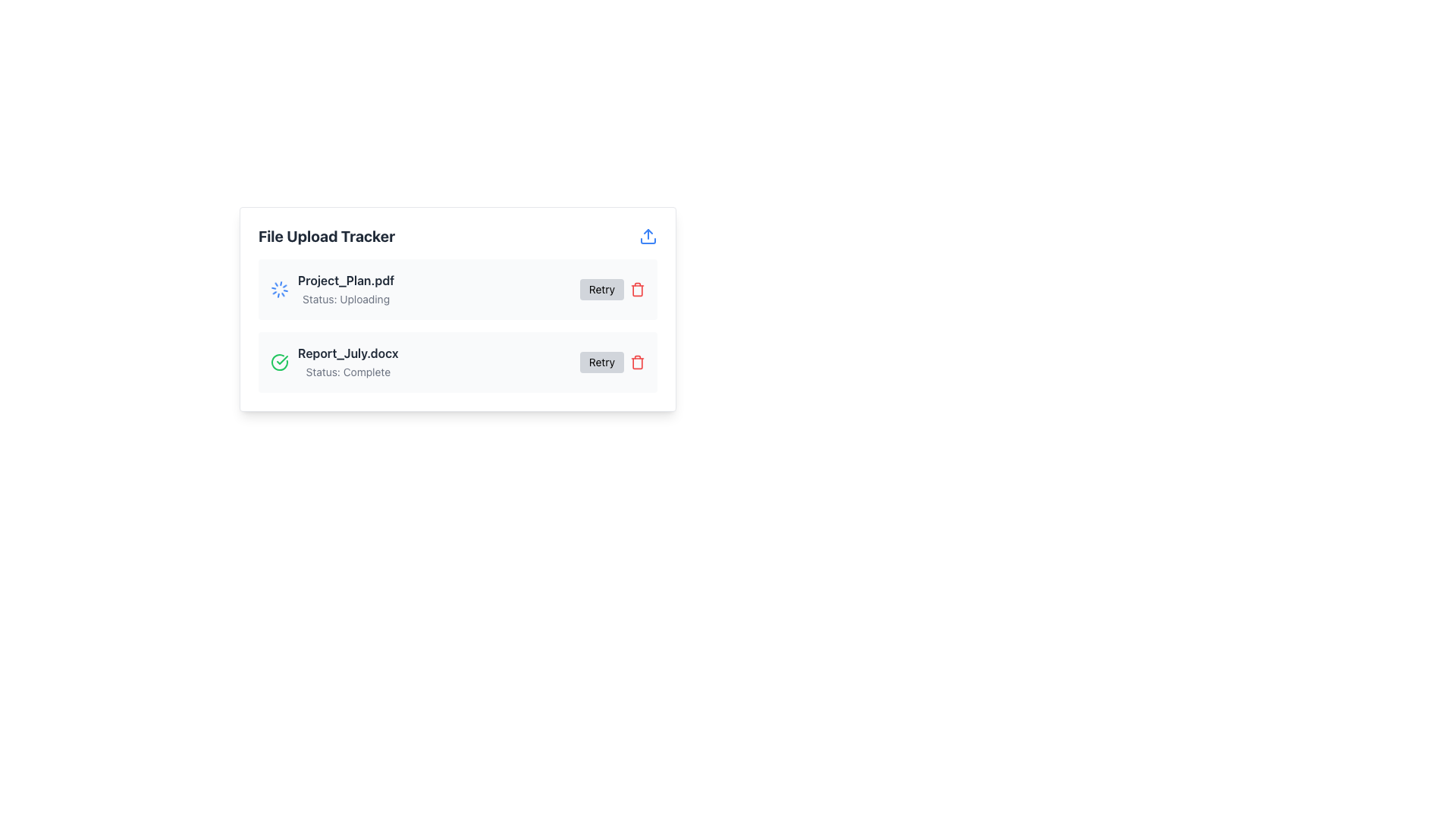  What do you see at coordinates (612, 289) in the screenshot?
I see `the retry upload button associated with the file 'Project_Plan.pdf' in the upper file entry section` at bounding box center [612, 289].